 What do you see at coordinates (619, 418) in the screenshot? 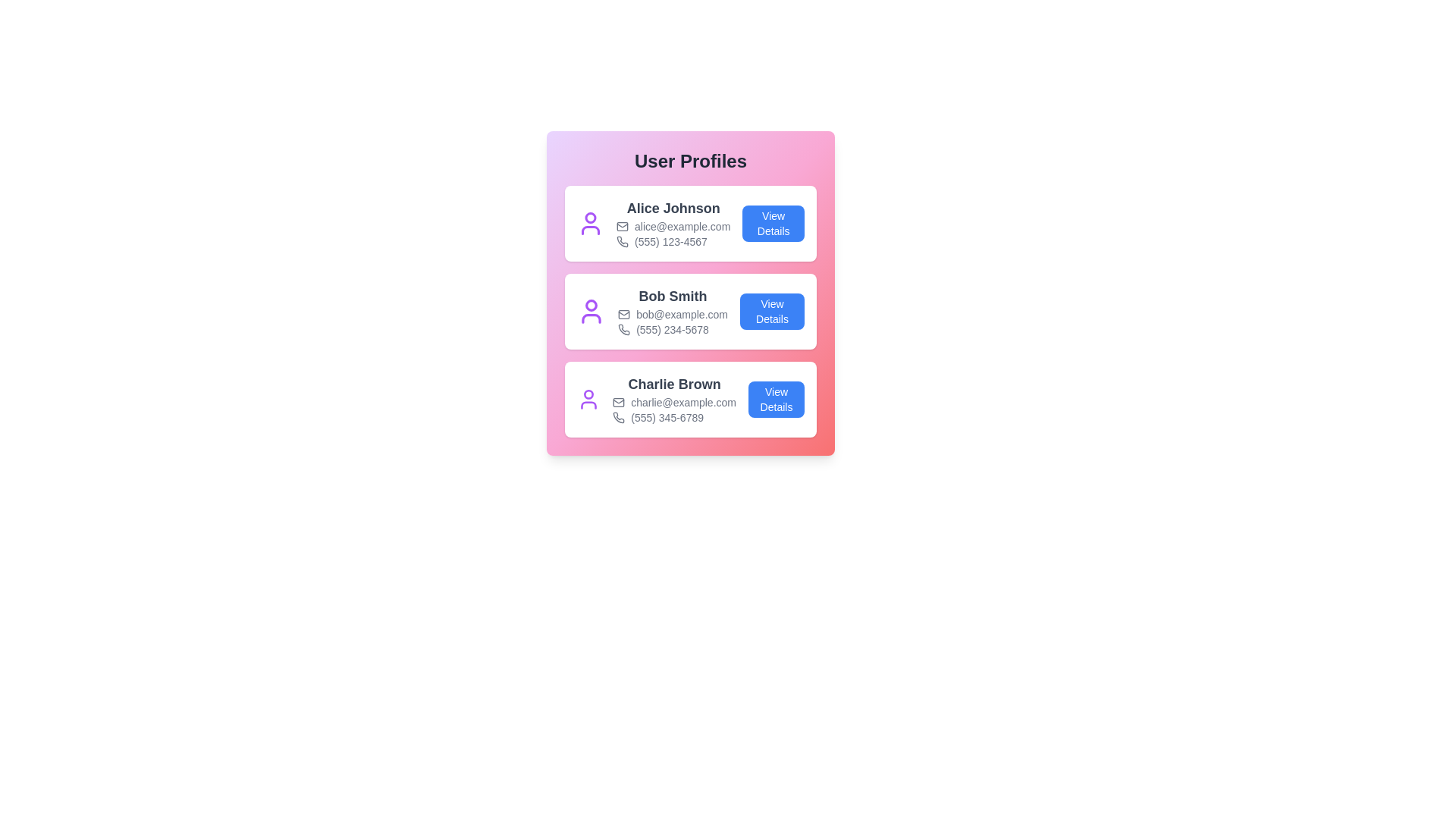
I see `the phone icon for the user Charlie Brown` at bounding box center [619, 418].